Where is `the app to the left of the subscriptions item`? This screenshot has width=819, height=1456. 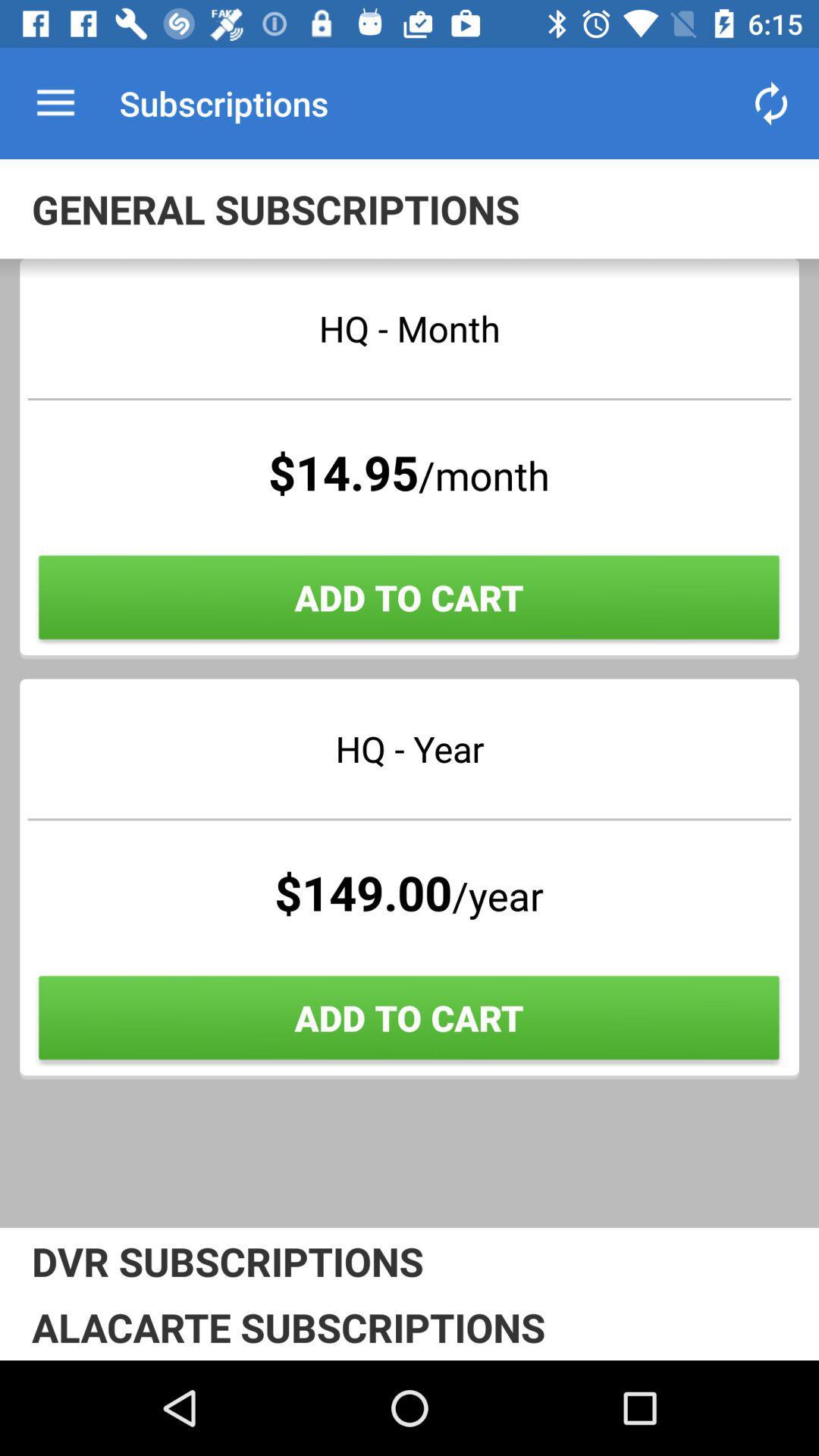
the app to the left of the subscriptions item is located at coordinates (55, 102).